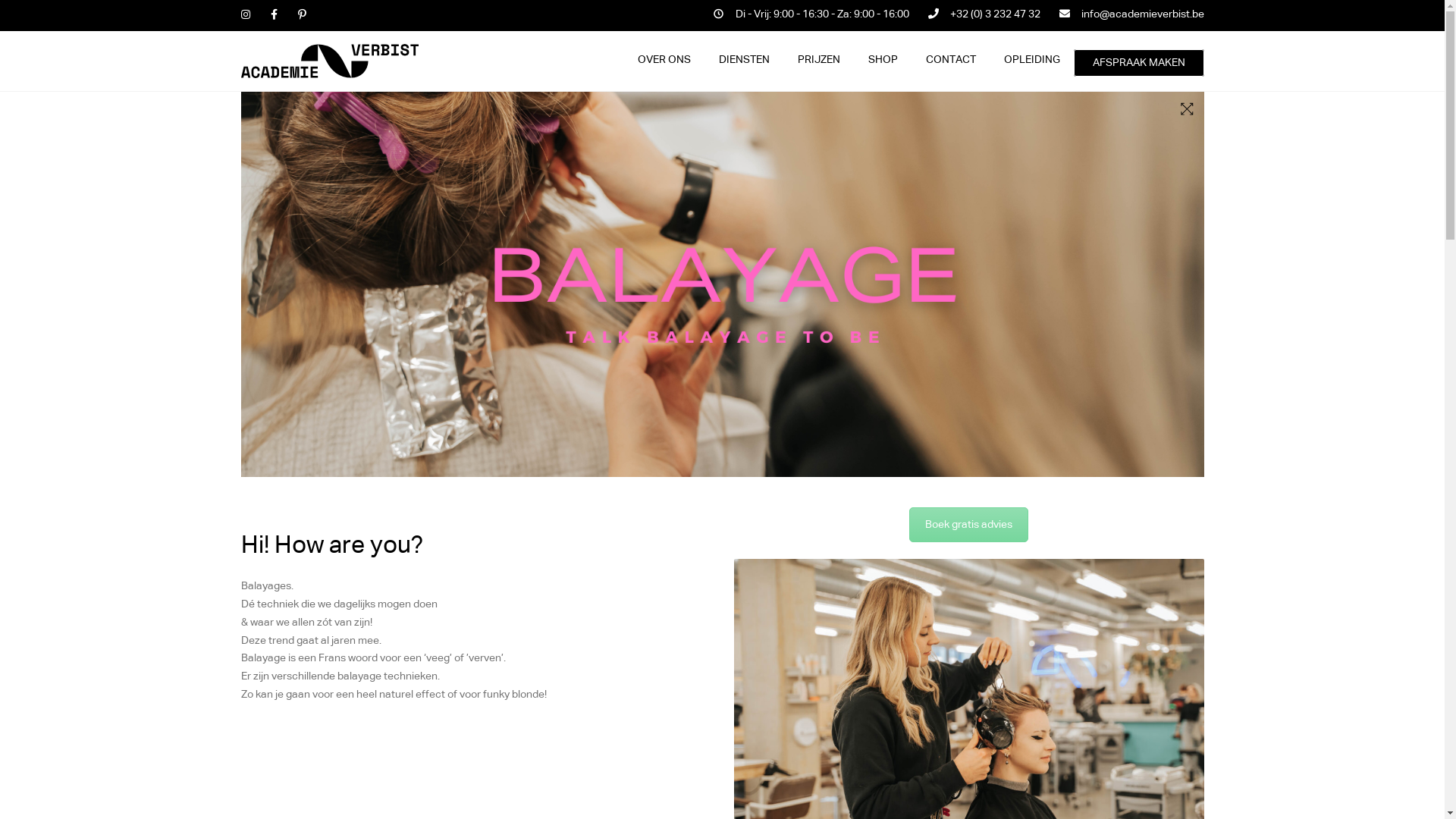 This screenshot has width=1456, height=819. Describe the element at coordinates (882, 60) in the screenshot. I see `'SHOP'` at that location.